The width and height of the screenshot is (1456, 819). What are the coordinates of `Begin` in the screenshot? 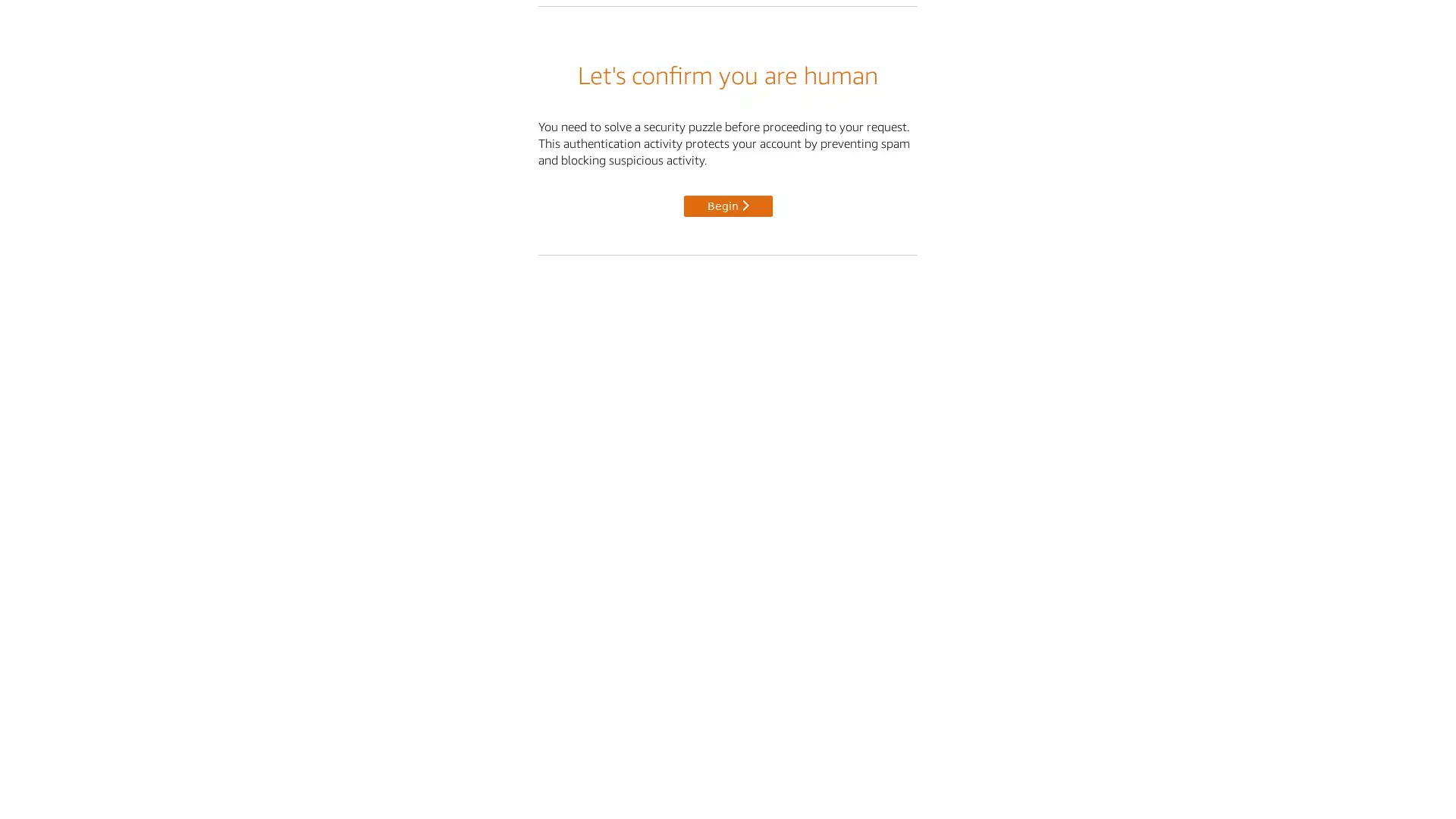 It's located at (726, 205).